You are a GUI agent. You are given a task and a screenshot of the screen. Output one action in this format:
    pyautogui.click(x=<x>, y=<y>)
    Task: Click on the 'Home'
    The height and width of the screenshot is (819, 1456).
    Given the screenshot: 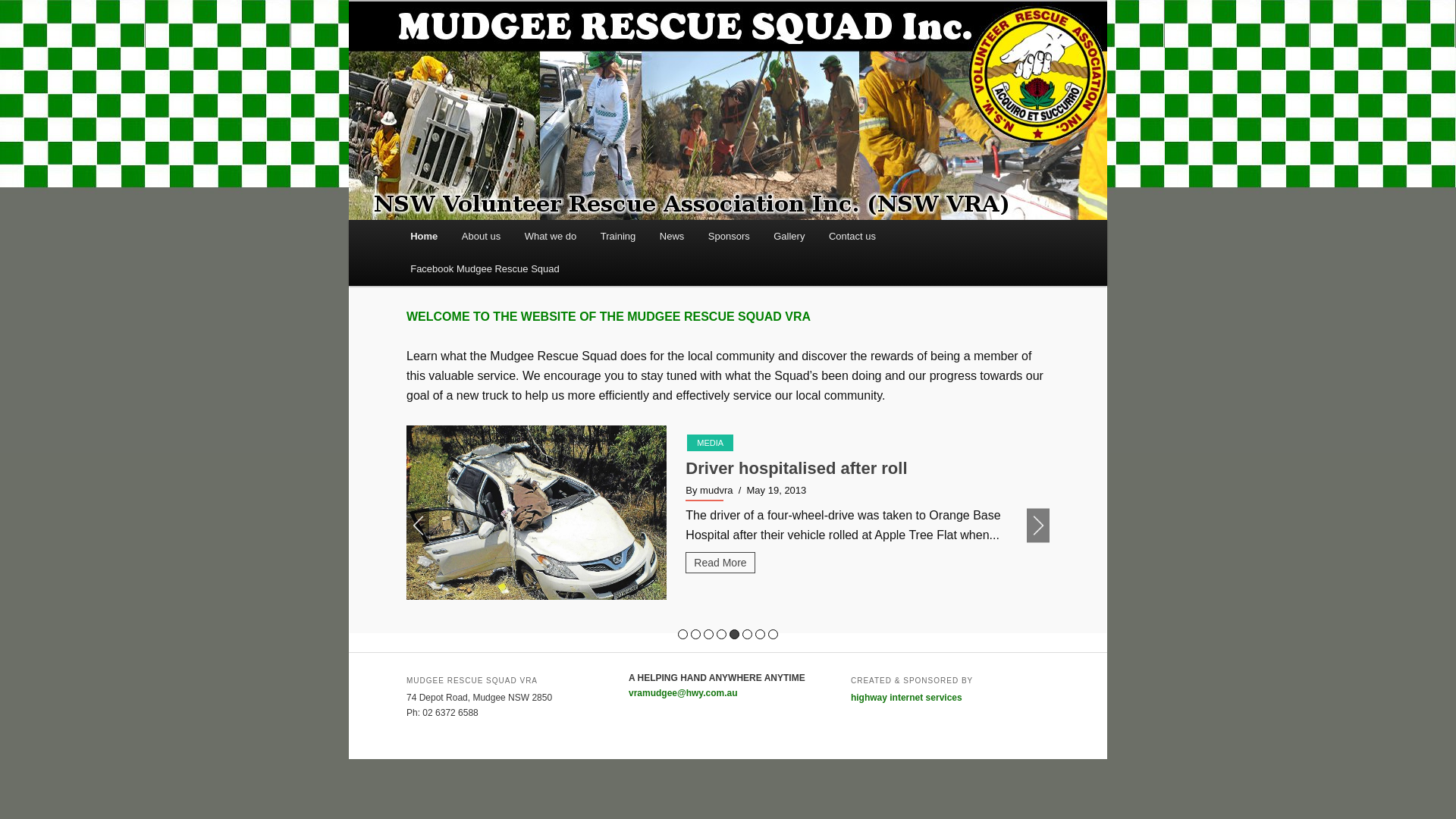 What is the action you would take?
    pyautogui.click(x=423, y=236)
    